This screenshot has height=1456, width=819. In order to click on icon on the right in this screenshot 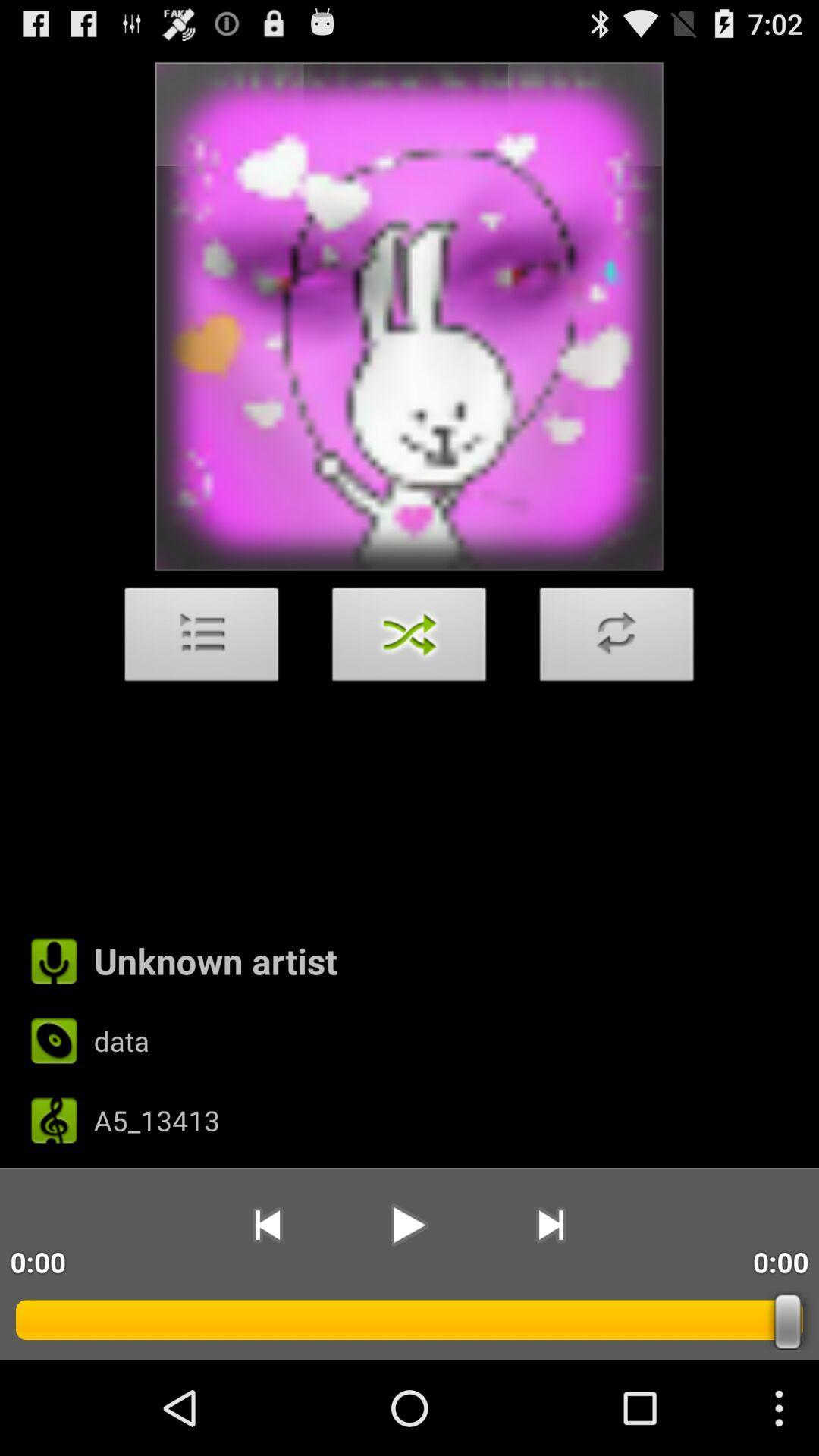, I will do `click(617, 639)`.